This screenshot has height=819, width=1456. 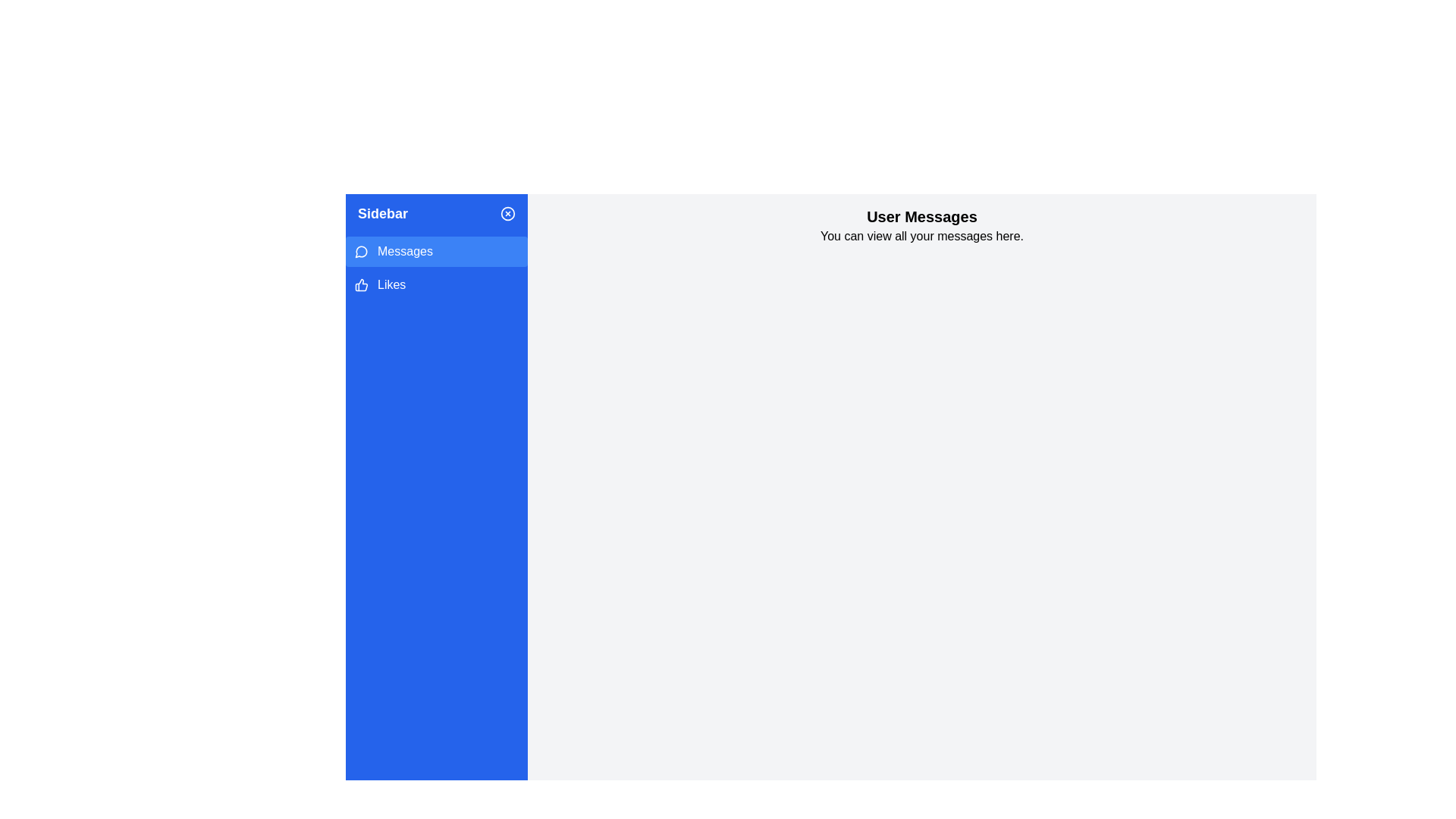 What do you see at coordinates (508, 213) in the screenshot?
I see `the small circular icon with a blue background and white outlined border located in the upper-right corner of the sidebar` at bounding box center [508, 213].